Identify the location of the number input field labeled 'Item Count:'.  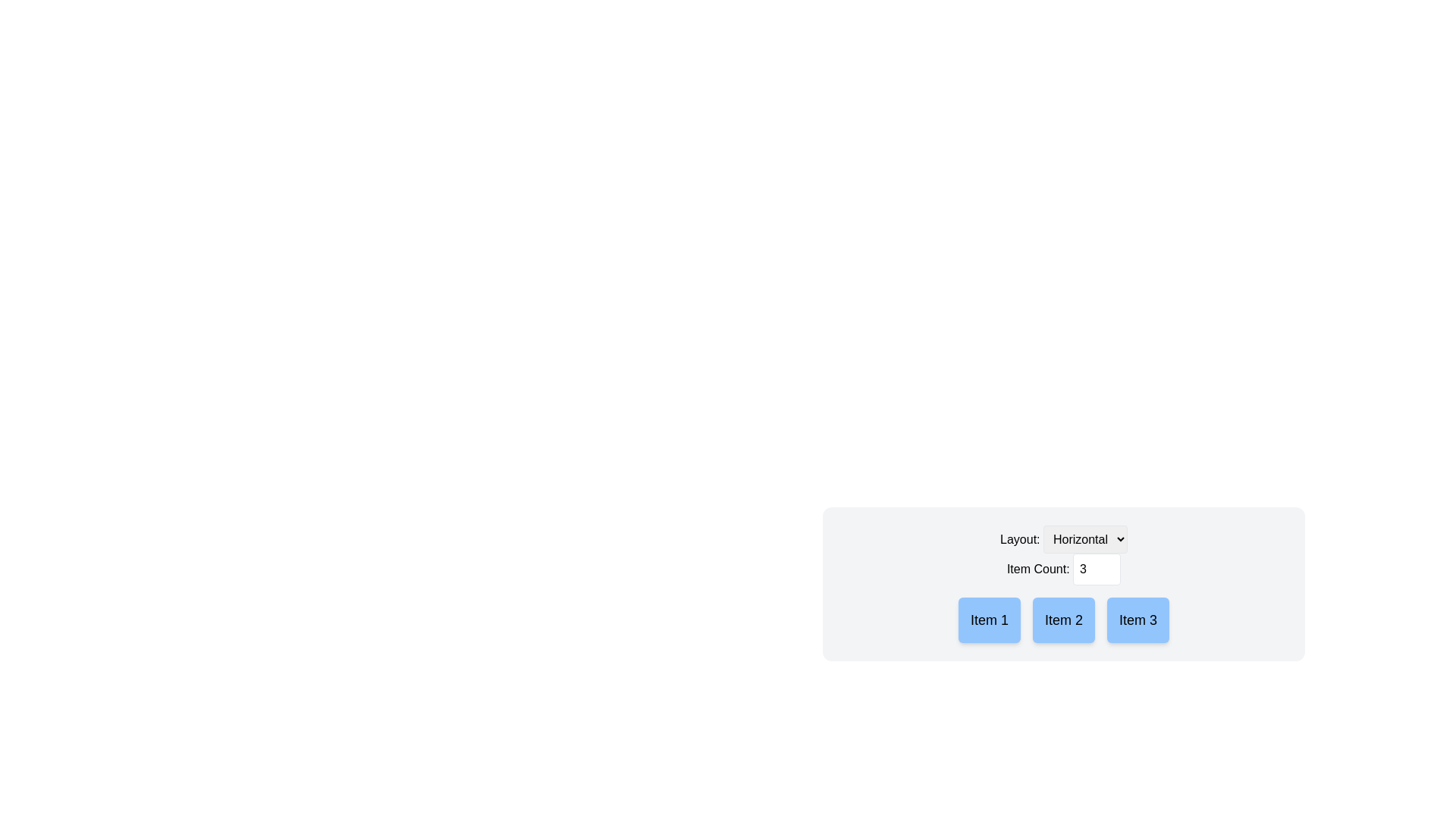
(1062, 570).